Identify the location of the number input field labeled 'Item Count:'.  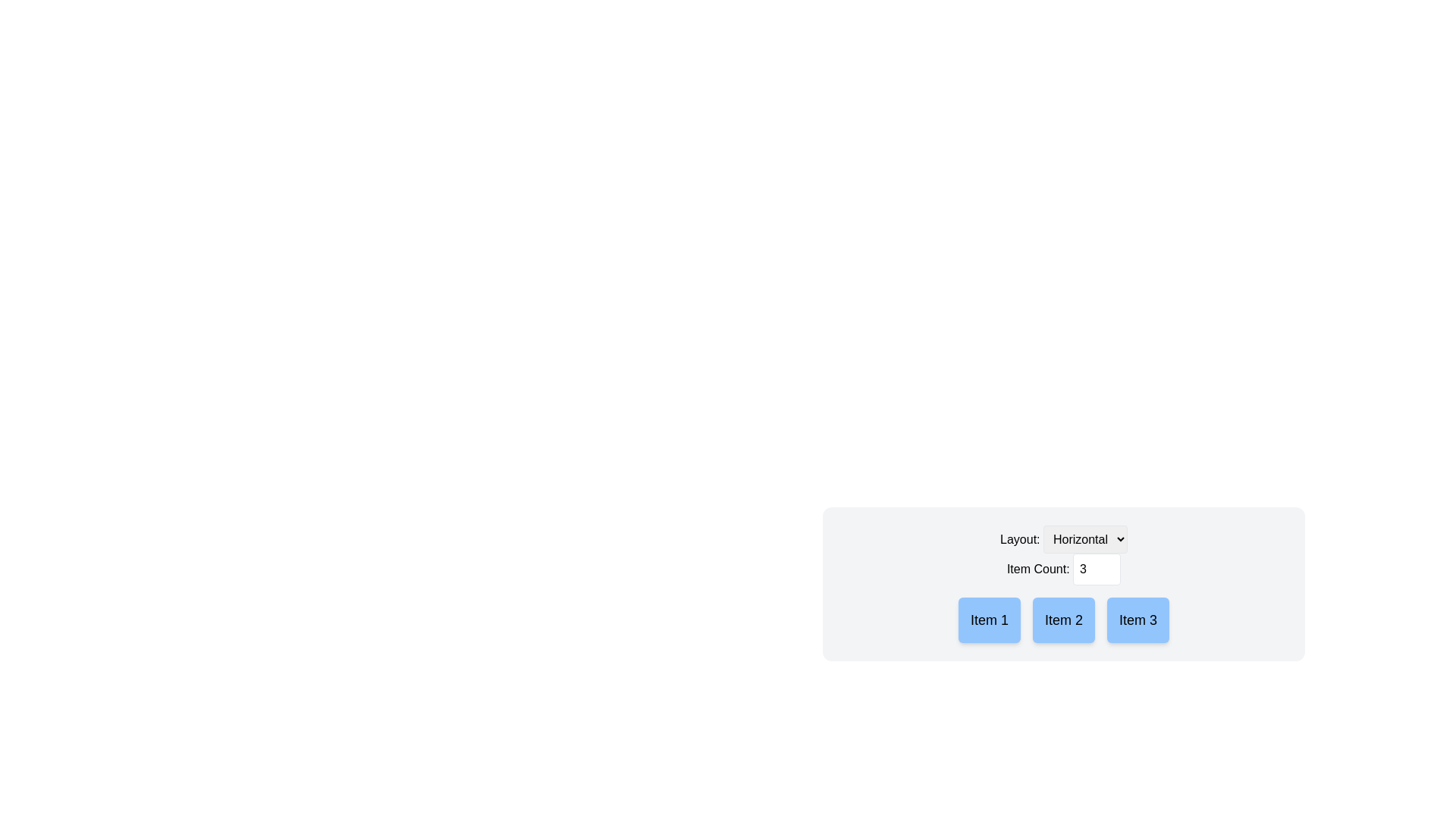
(1062, 570).